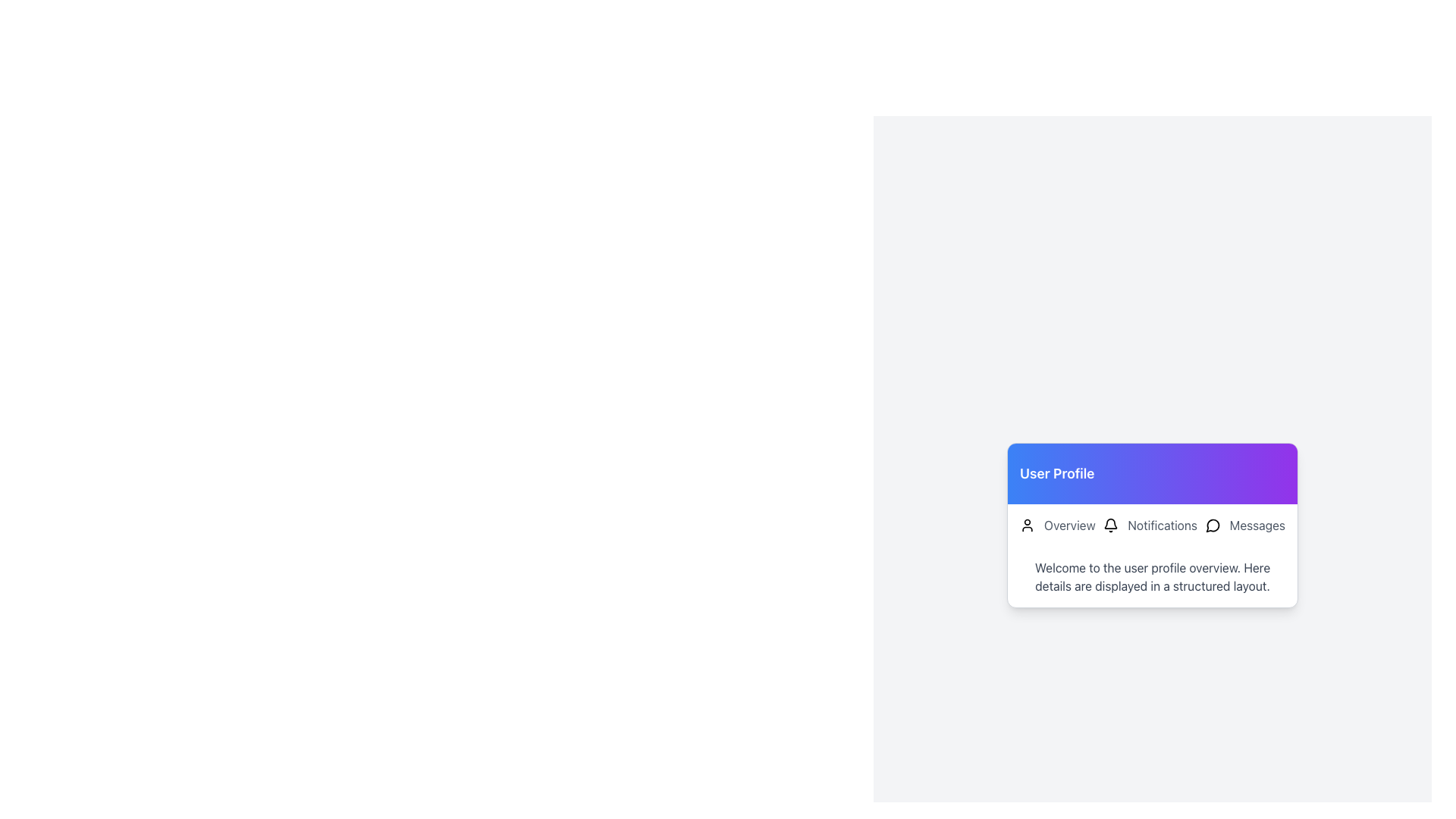 Image resolution: width=1456 pixels, height=819 pixels. Describe the element at coordinates (1153, 576) in the screenshot. I see `the text label that provides context for the user profile section, located centrally at the bottom of the 'User Profile' card component` at that location.